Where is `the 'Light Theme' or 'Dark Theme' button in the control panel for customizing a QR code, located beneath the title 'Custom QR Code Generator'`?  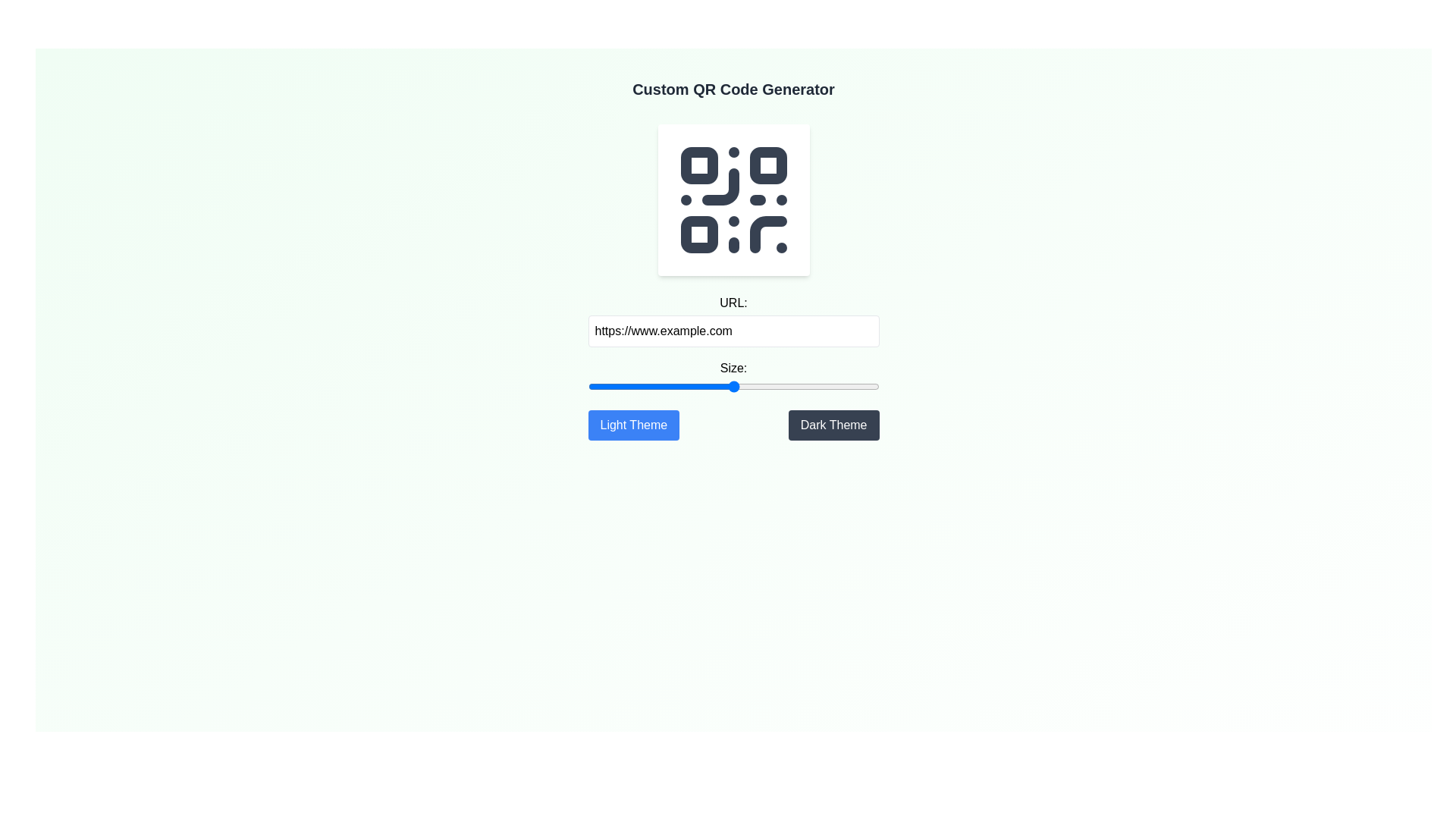
the 'Light Theme' or 'Dark Theme' button in the control panel for customizing a QR code, located beneath the title 'Custom QR Code Generator' is located at coordinates (733, 367).